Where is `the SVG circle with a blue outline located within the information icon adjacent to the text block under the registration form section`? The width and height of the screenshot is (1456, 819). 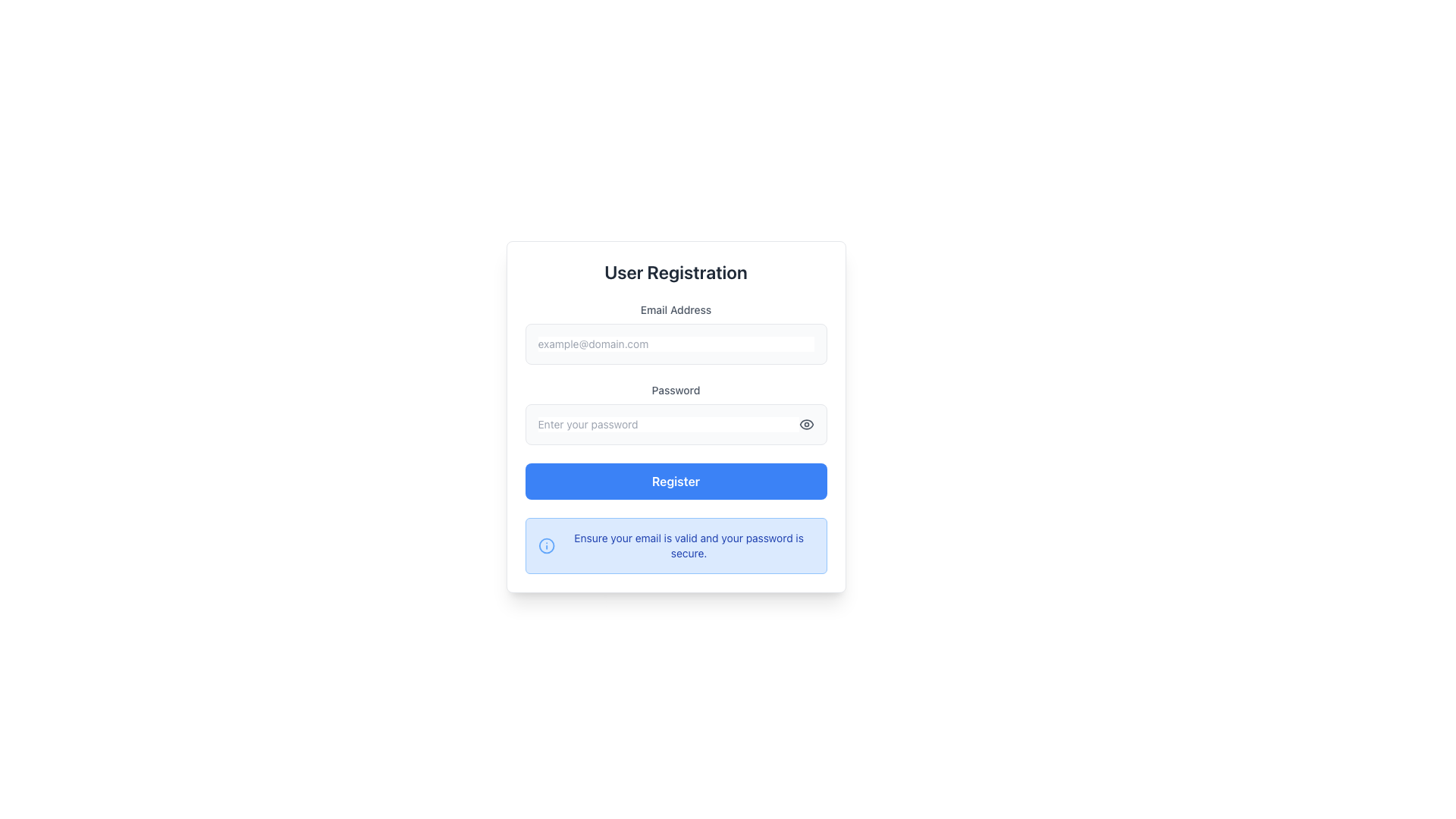
the SVG circle with a blue outline located within the information icon adjacent to the text block under the registration form section is located at coordinates (546, 546).